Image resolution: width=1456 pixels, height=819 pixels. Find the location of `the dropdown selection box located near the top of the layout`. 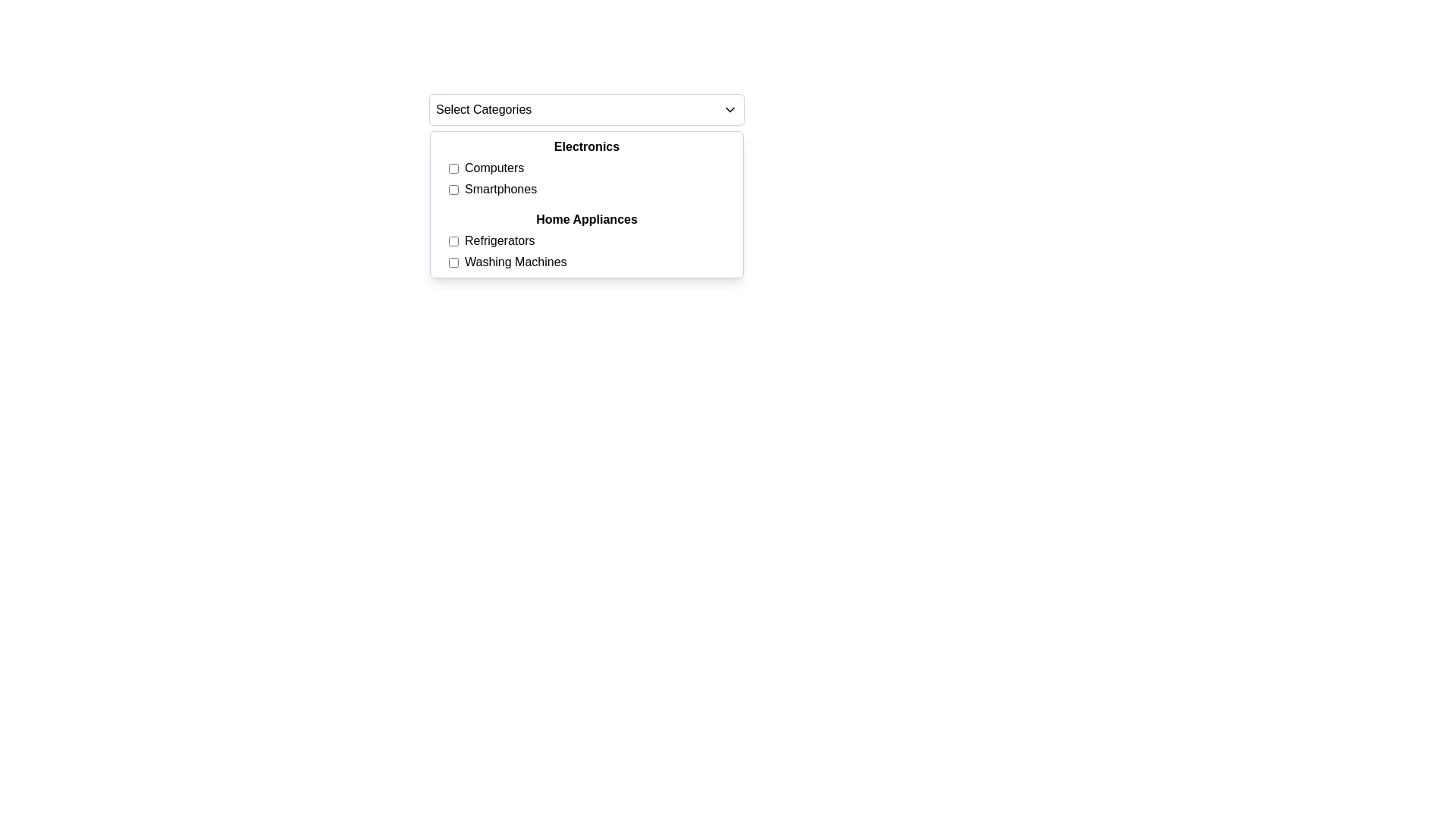

the dropdown selection box located near the top of the layout is located at coordinates (585, 109).